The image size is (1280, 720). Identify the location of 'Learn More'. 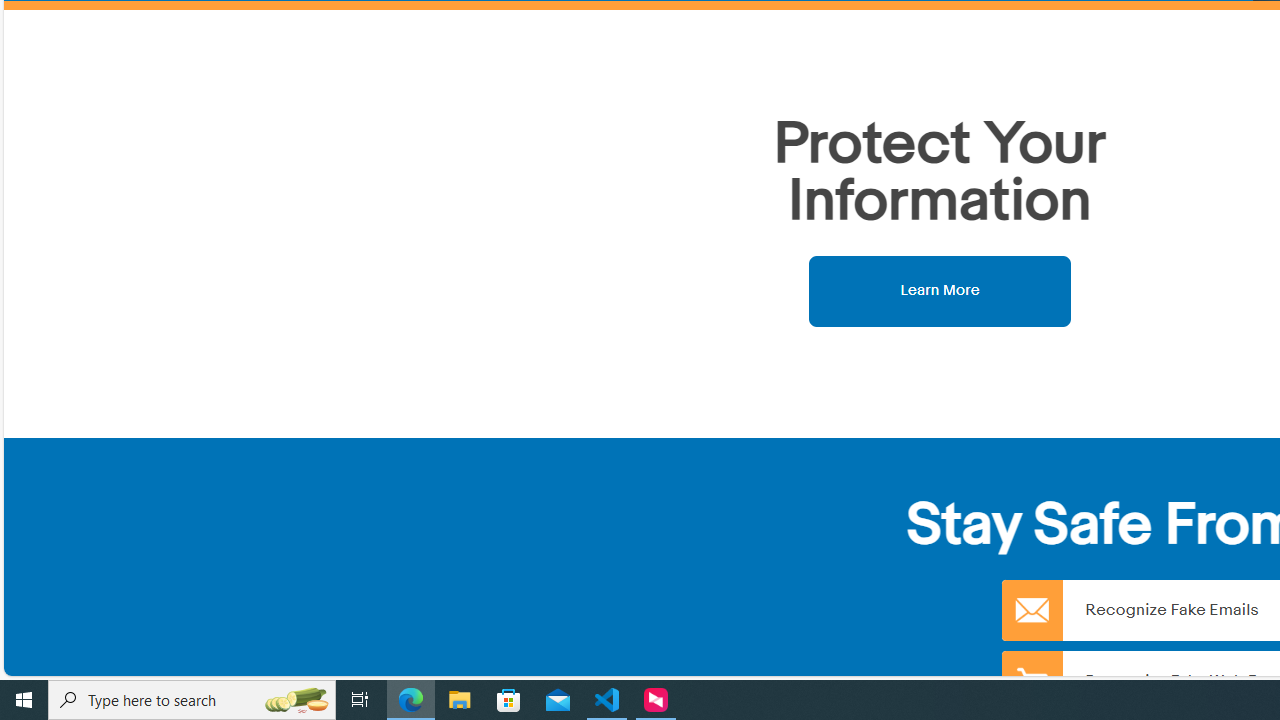
(939, 290).